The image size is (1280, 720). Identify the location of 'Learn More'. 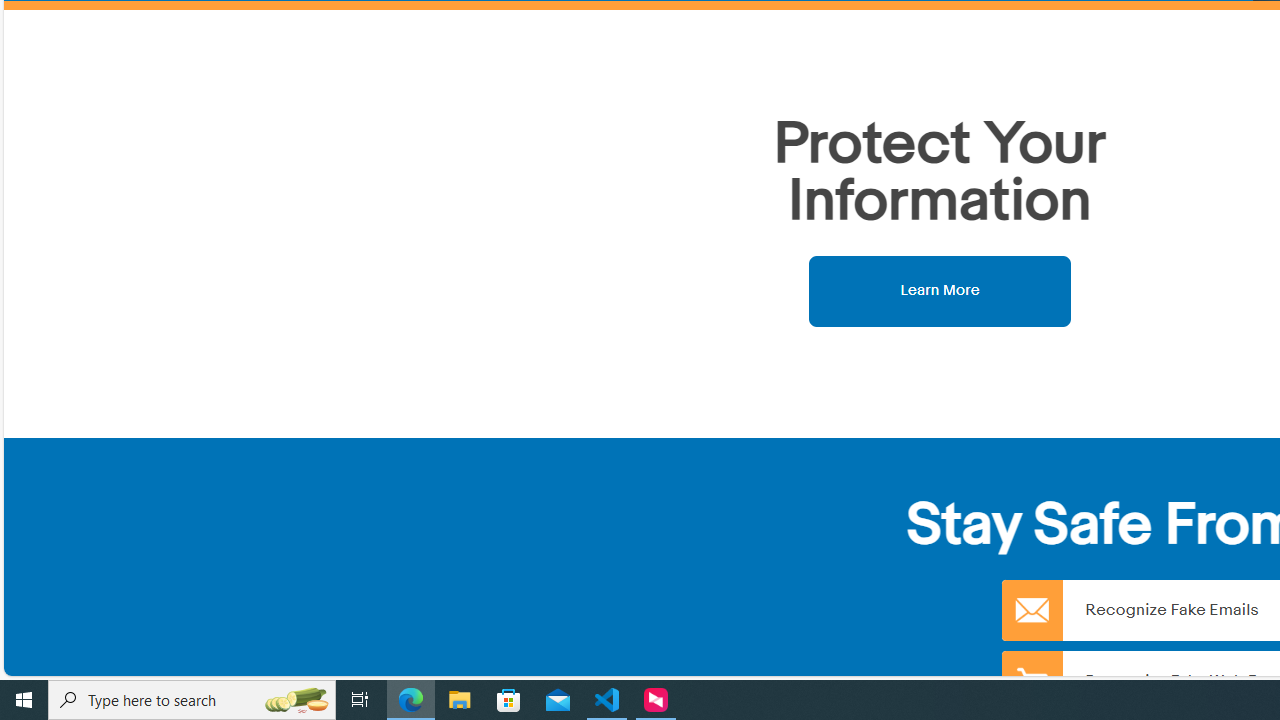
(939, 290).